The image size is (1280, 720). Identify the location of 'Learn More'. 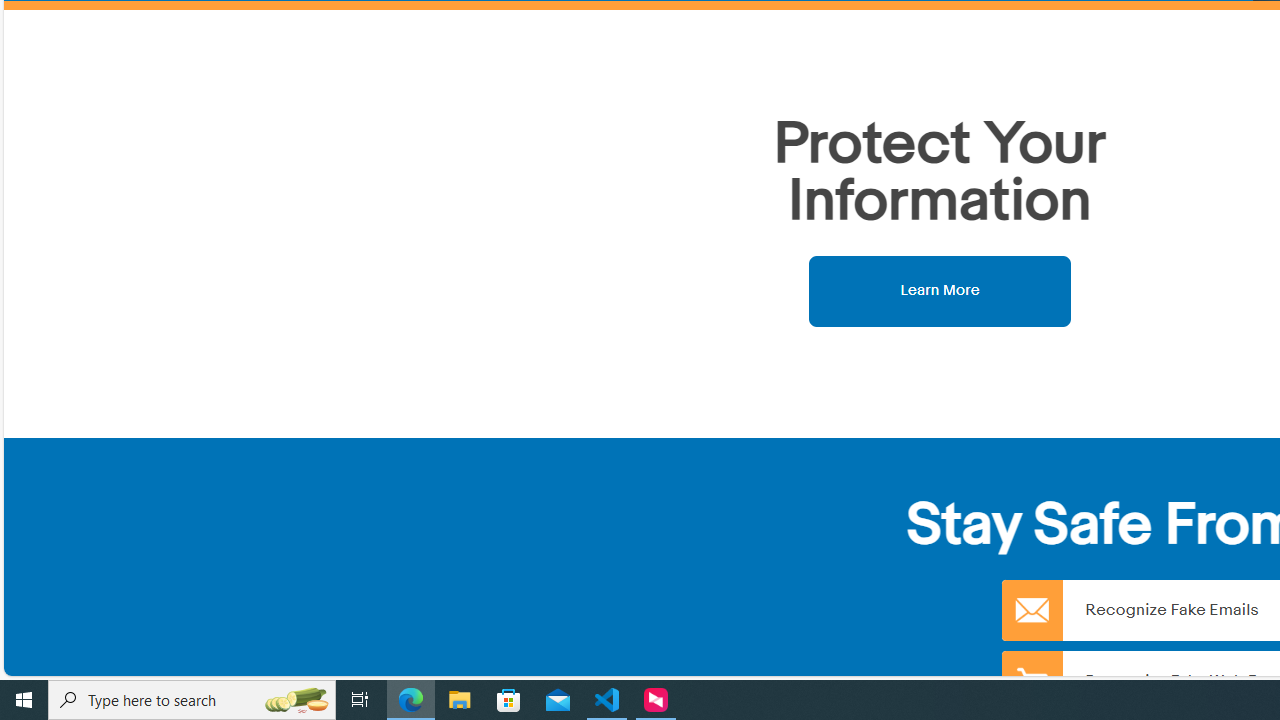
(939, 290).